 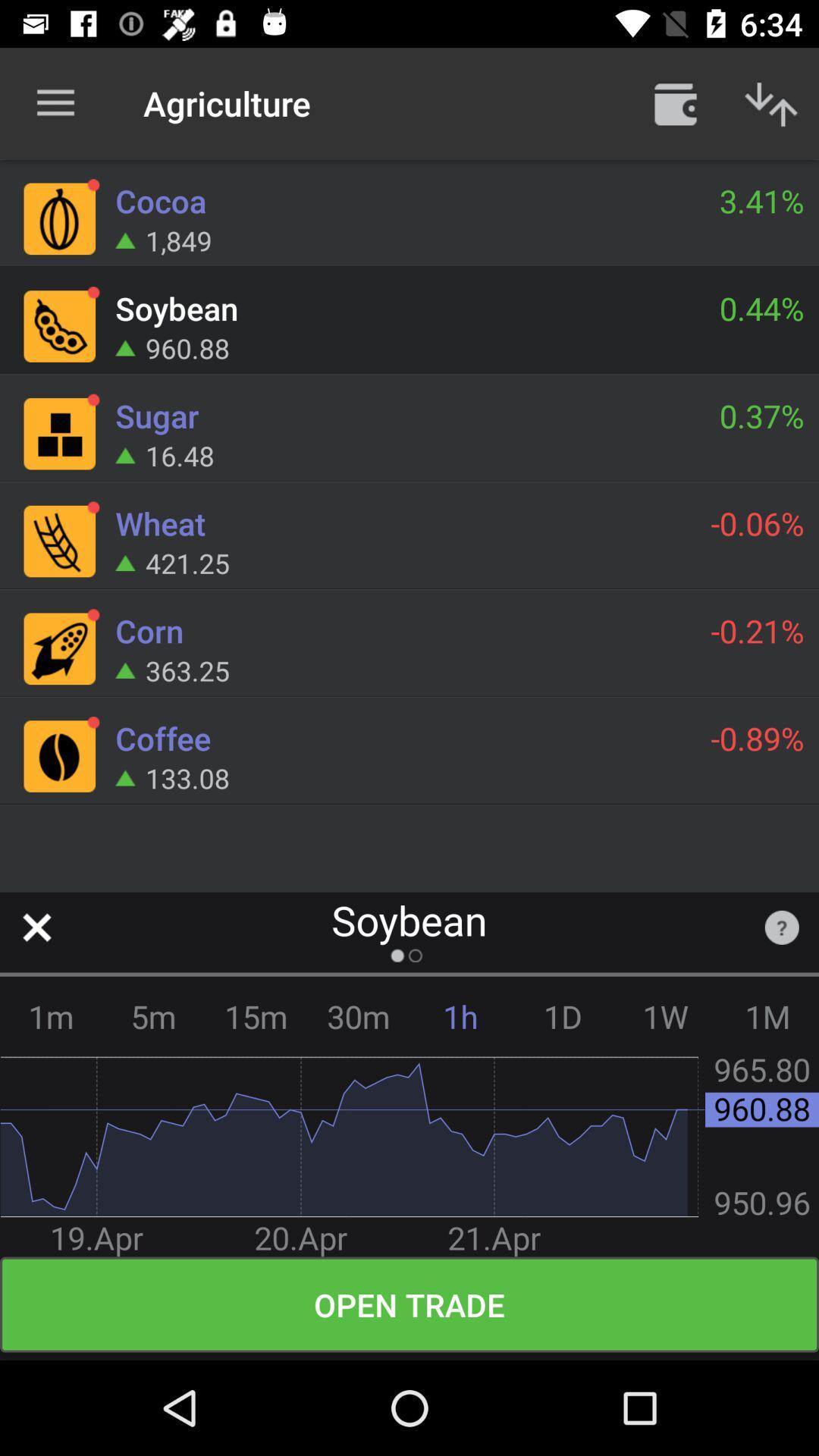 What do you see at coordinates (782, 927) in the screenshot?
I see `help button` at bounding box center [782, 927].